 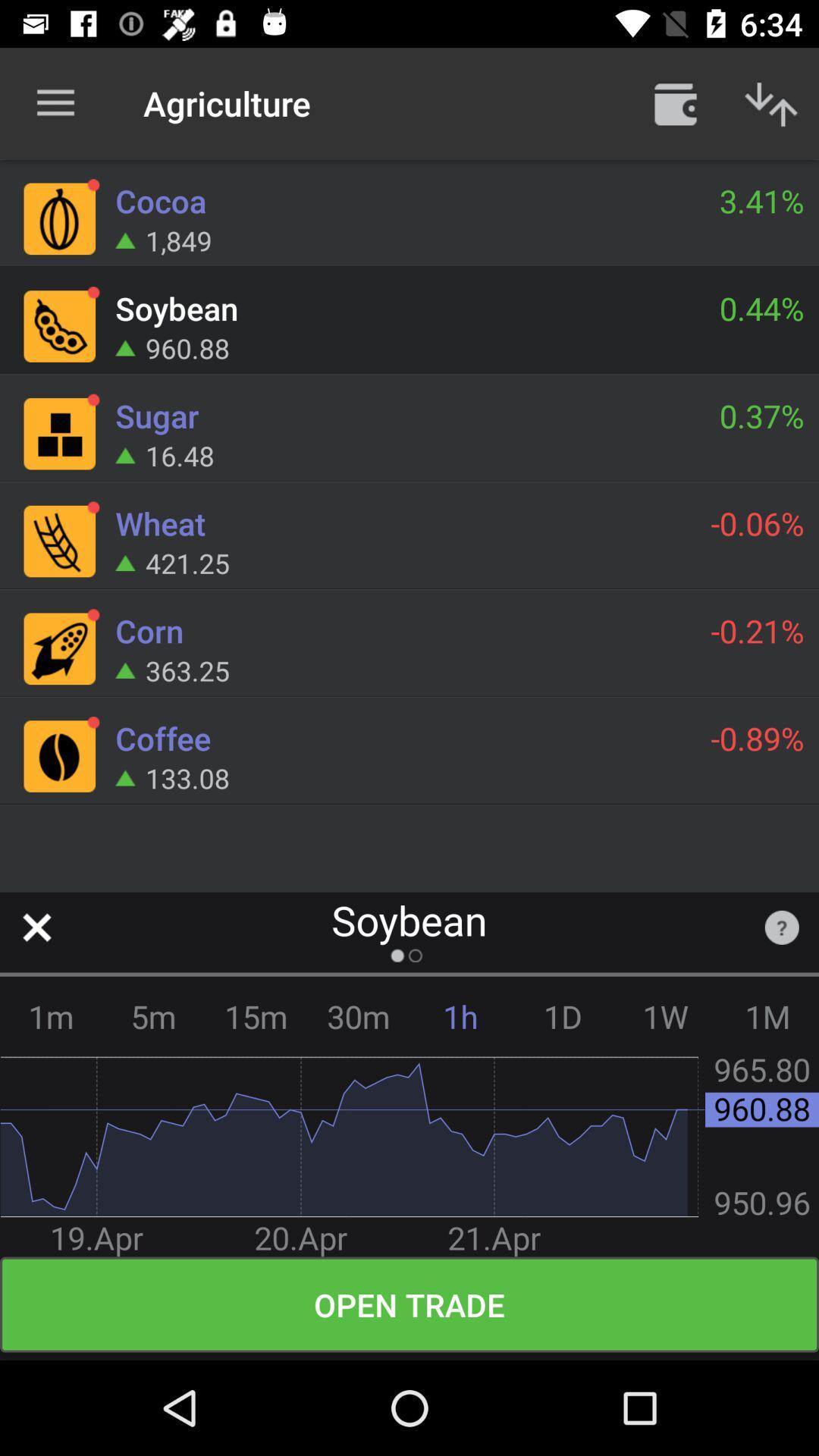 What do you see at coordinates (782, 927) in the screenshot?
I see `help button` at bounding box center [782, 927].